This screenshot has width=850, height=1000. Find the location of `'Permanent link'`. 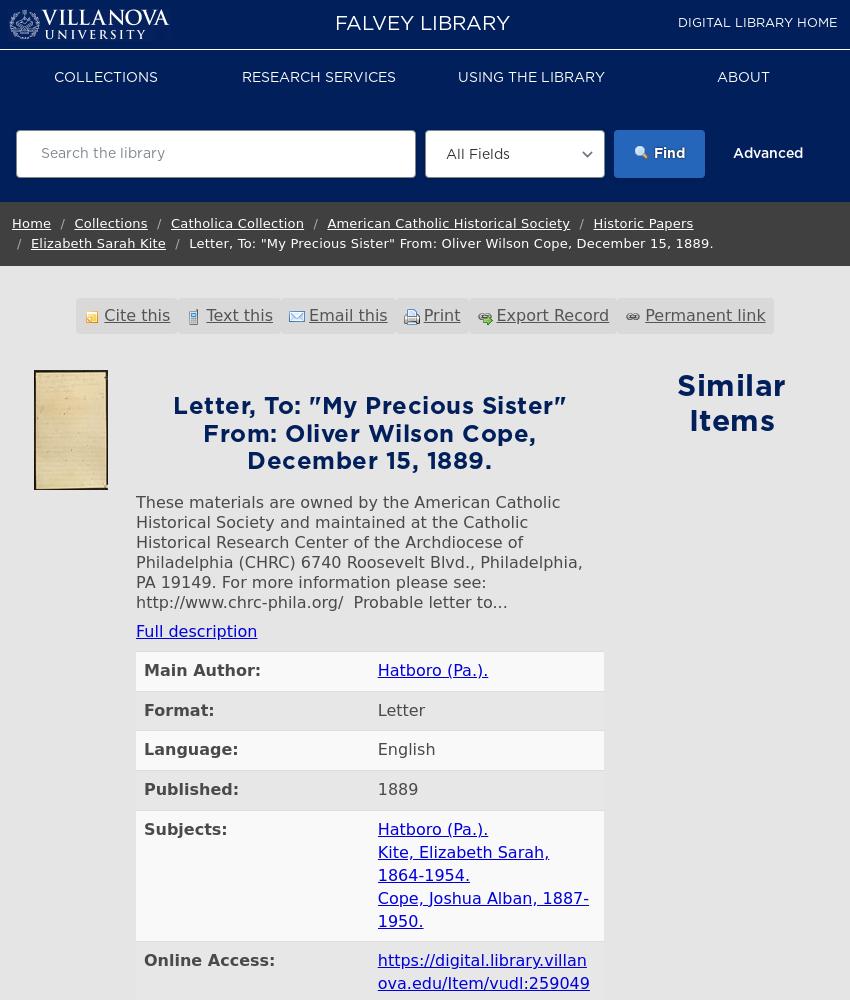

'Permanent link' is located at coordinates (644, 314).